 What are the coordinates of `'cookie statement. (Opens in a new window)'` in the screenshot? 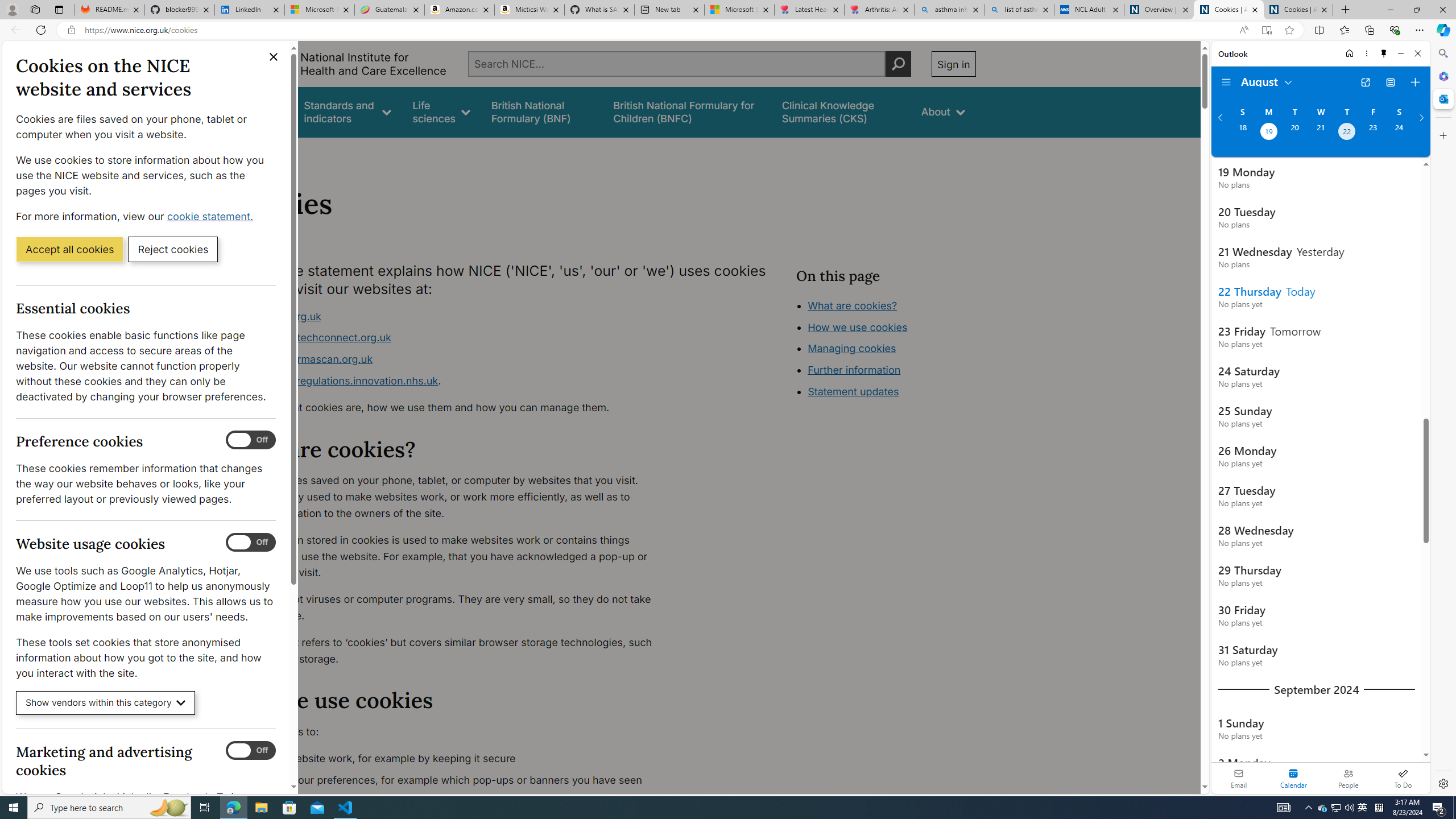 It's located at (211, 216).